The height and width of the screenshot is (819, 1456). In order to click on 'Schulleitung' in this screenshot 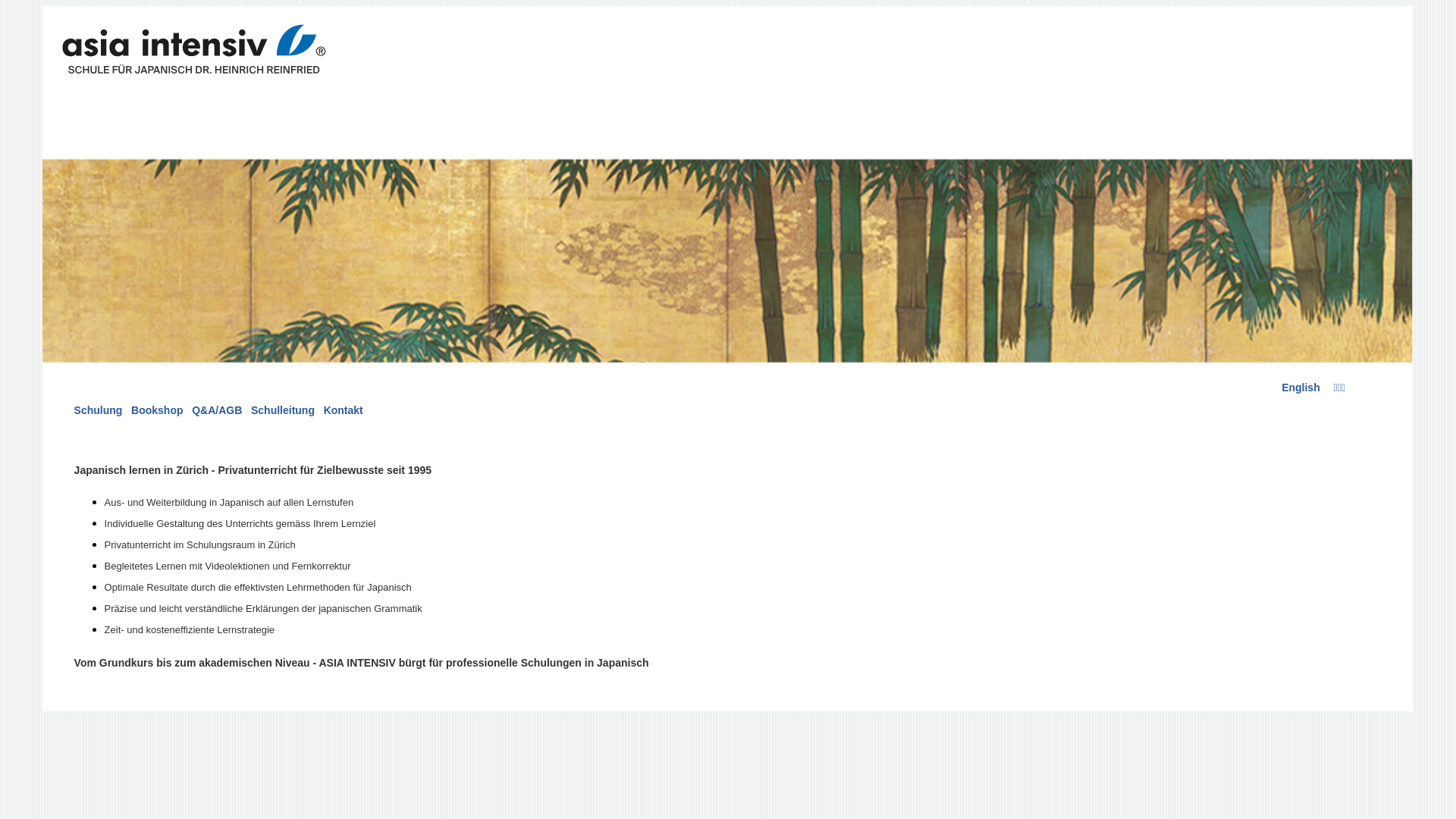, I will do `click(251, 409)`.